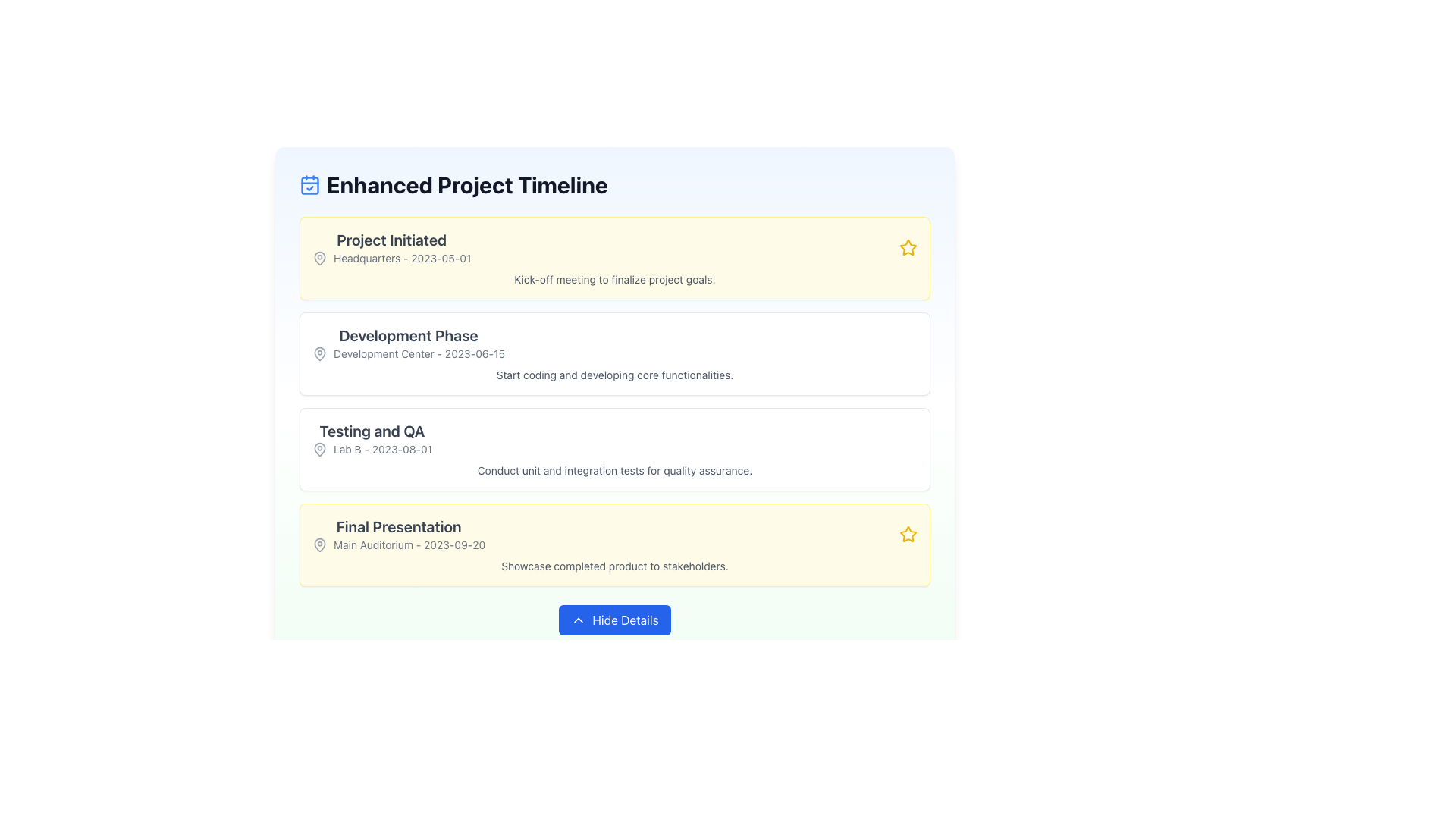 The height and width of the screenshot is (819, 1456). I want to click on the small map pin icon located at the top-left corner of the 'Testing and QA' section, adjacent to the text 'Lab B - 2023-08-01', to gain location context, so click(319, 449).